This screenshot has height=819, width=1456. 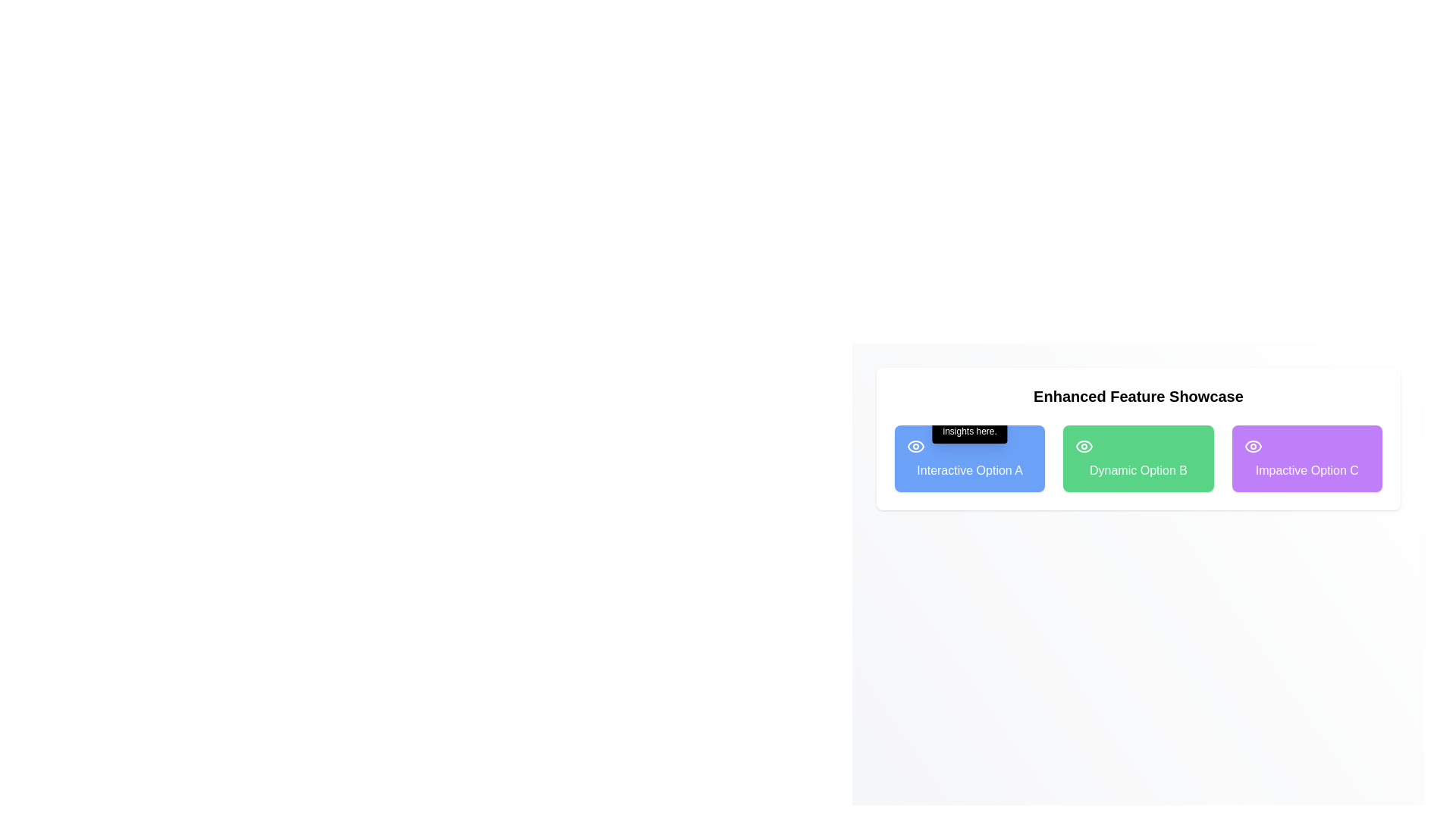 What do you see at coordinates (1084, 446) in the screenshot?
I see `the green square button with an eye icon located in the 'Dynamic Option B' section` at bounding box center [1084, 446].